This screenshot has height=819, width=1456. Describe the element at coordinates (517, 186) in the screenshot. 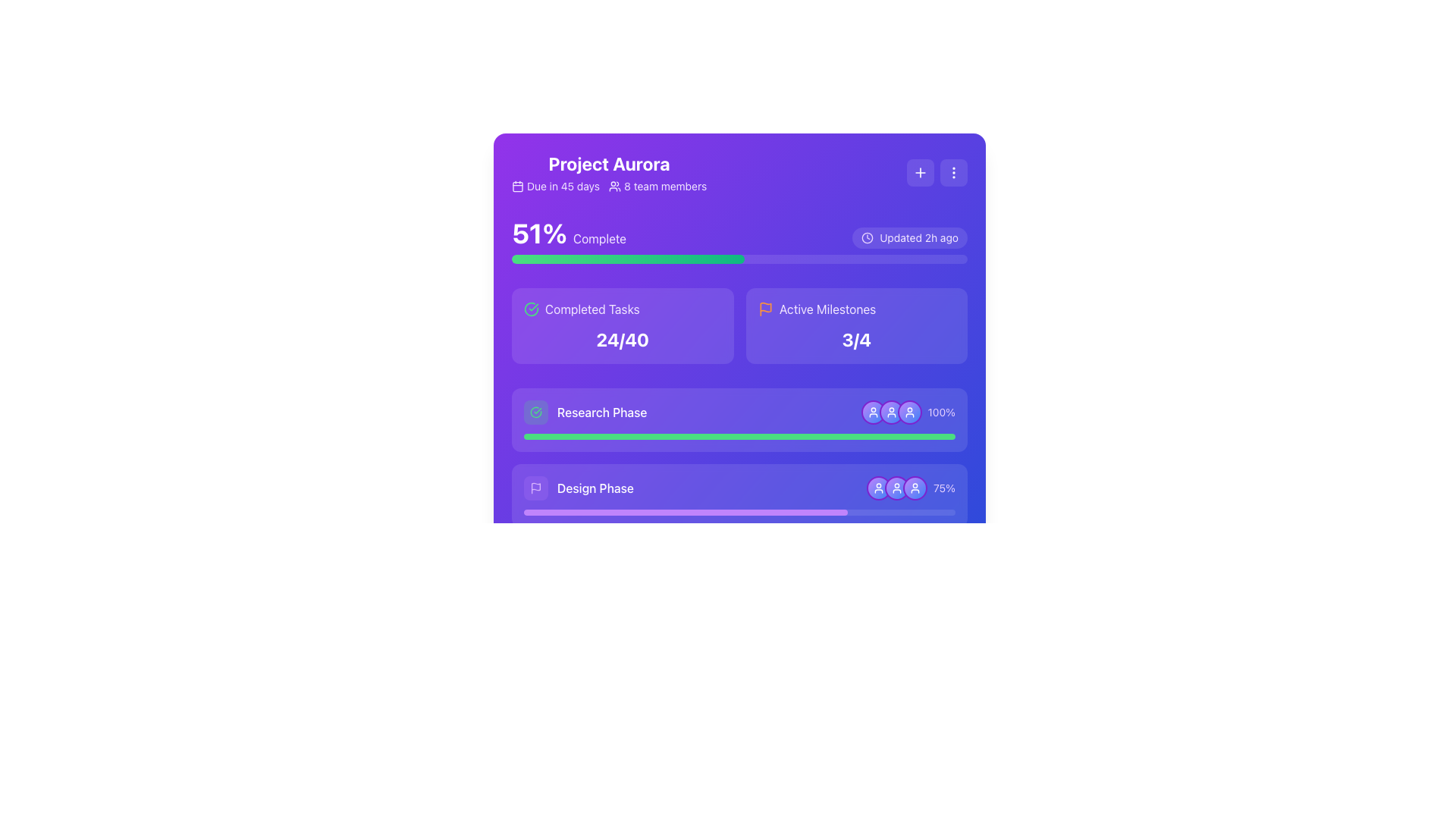

I see `the calendar icon located in the top-left portion of the interface, which is adjacent to the text 'Due in 45 days.'` at that location.